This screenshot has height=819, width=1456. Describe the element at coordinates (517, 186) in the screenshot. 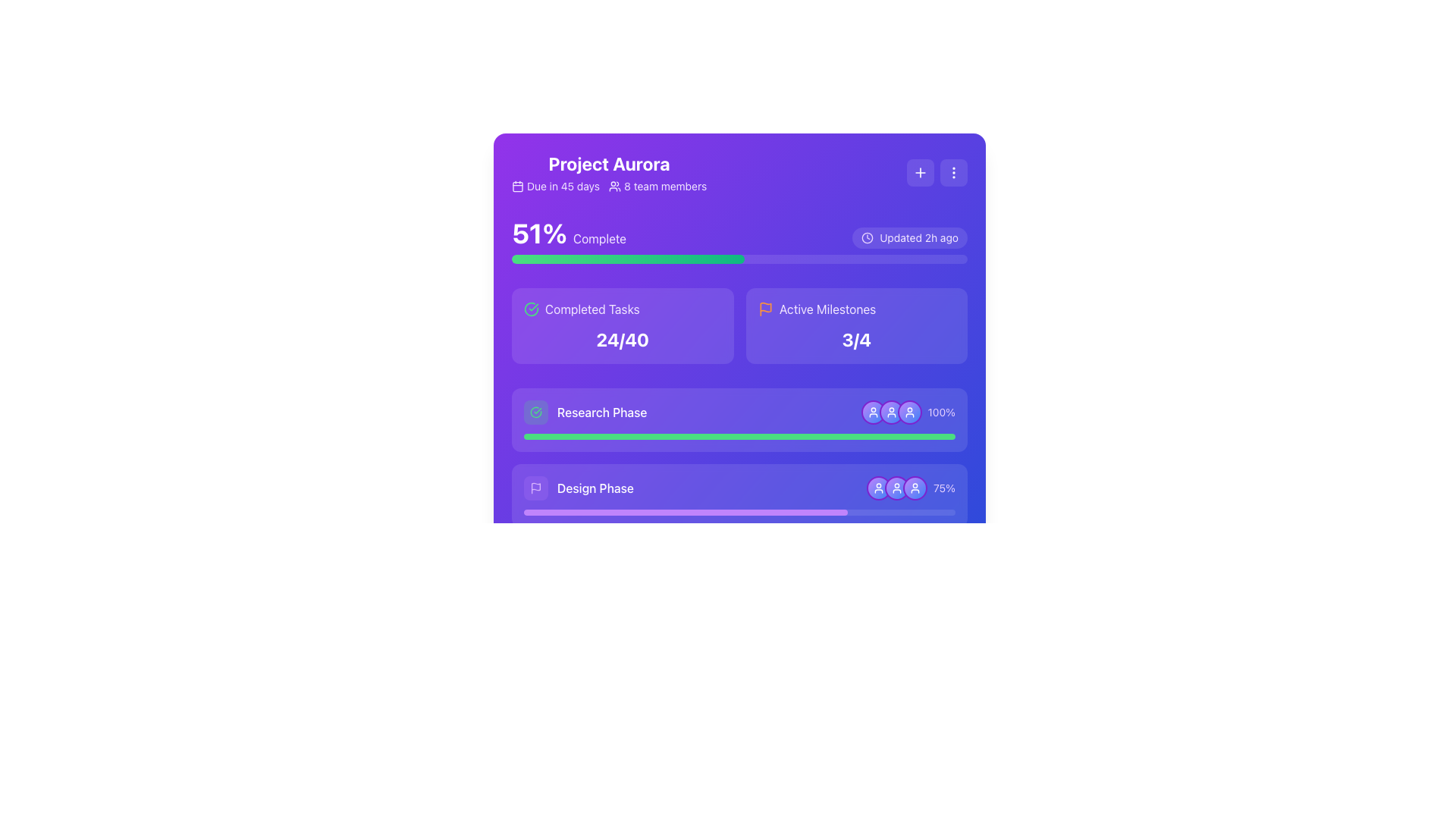

I see `the calendar icon located in the top-left portion of the interface, which is adjacent to the text 'Due in 45 days.'` at that location.